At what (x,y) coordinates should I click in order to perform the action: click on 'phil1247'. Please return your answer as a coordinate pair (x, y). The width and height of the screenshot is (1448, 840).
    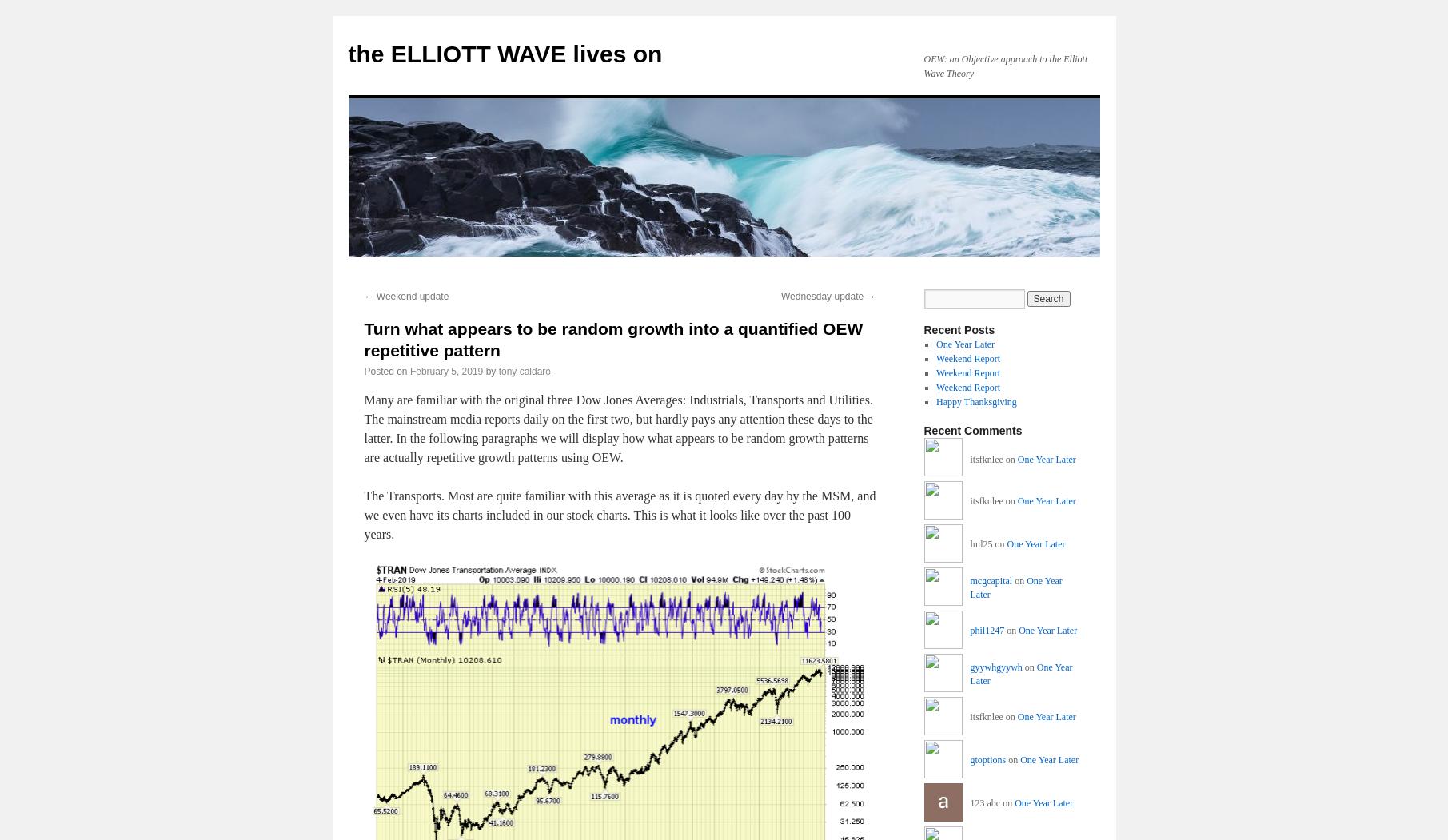
    Looking at the image, I should click on (987, 629).